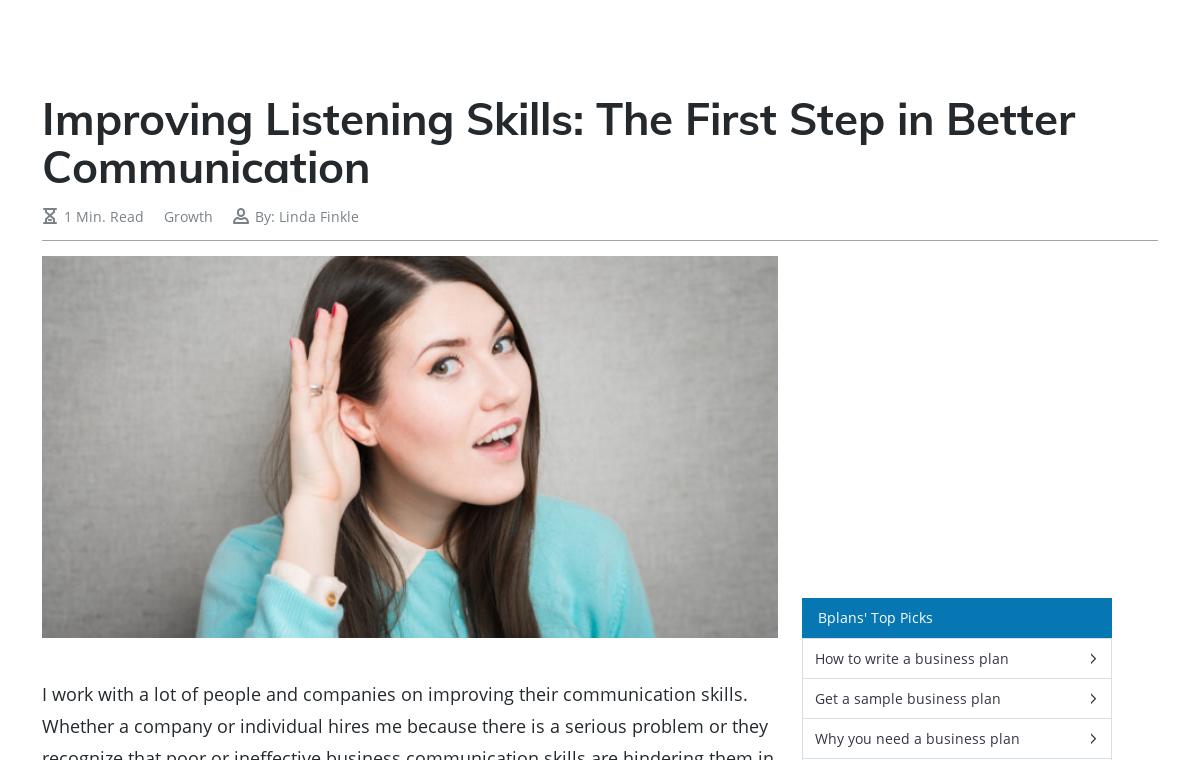  Describe the element at coordinates (260, 636) in the screenshot. I see `'Start for $20/mo'` at that location.